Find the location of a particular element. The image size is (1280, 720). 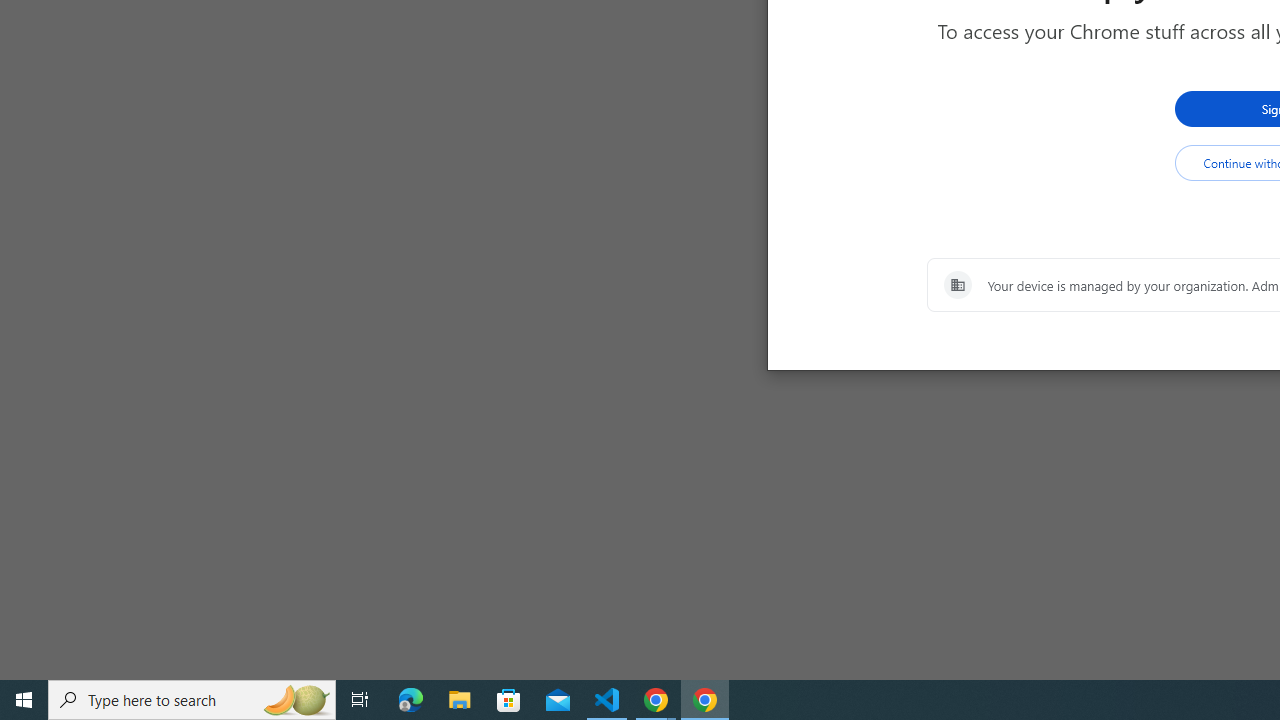

'Type here to search' is located at coordinates (192, 698).